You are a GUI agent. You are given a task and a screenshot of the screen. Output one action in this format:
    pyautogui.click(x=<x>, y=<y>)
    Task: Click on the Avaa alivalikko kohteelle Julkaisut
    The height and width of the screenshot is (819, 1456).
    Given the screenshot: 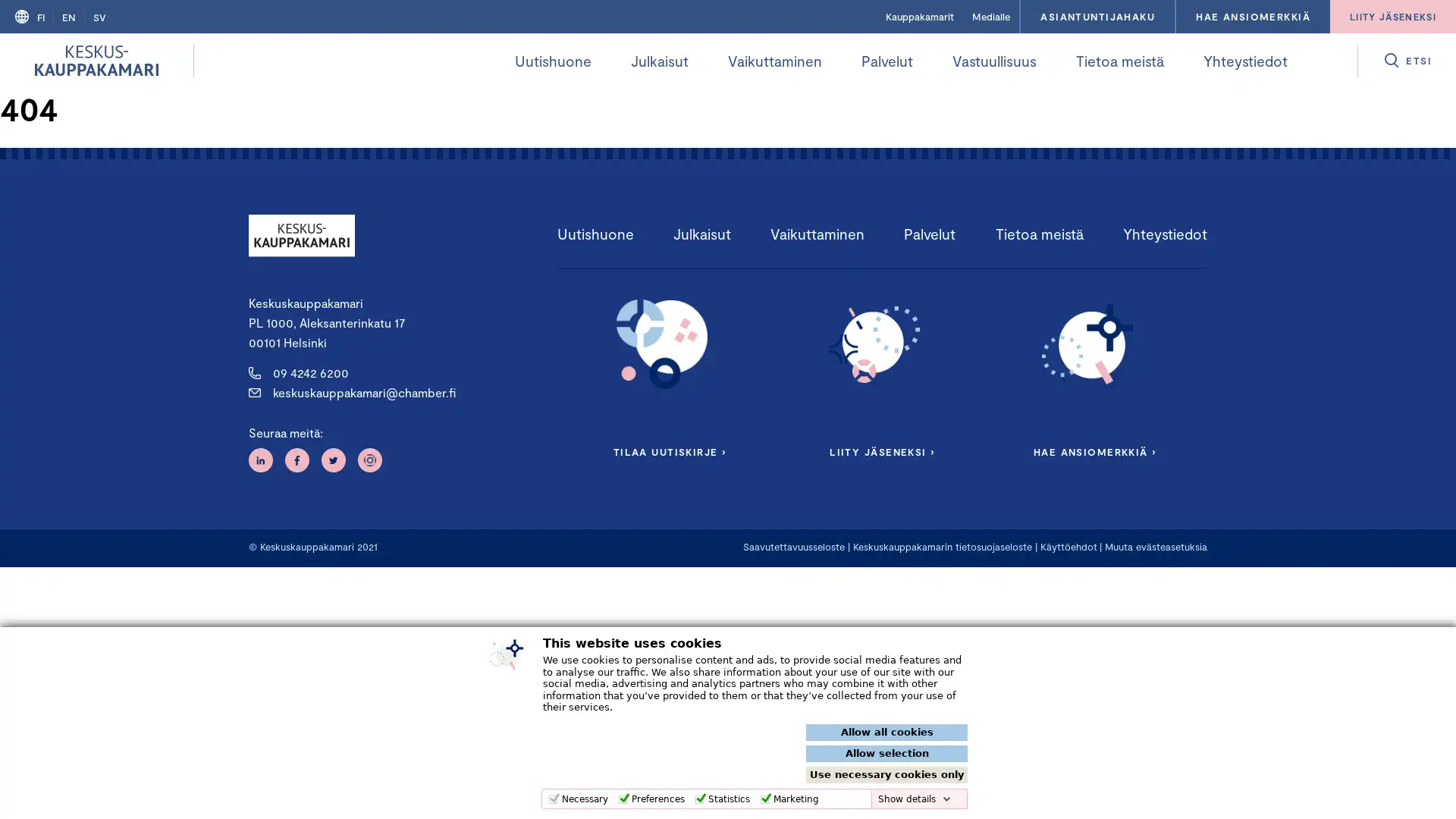 What is the action you would take?
    pyautogui.click(x=701, y=73)
    